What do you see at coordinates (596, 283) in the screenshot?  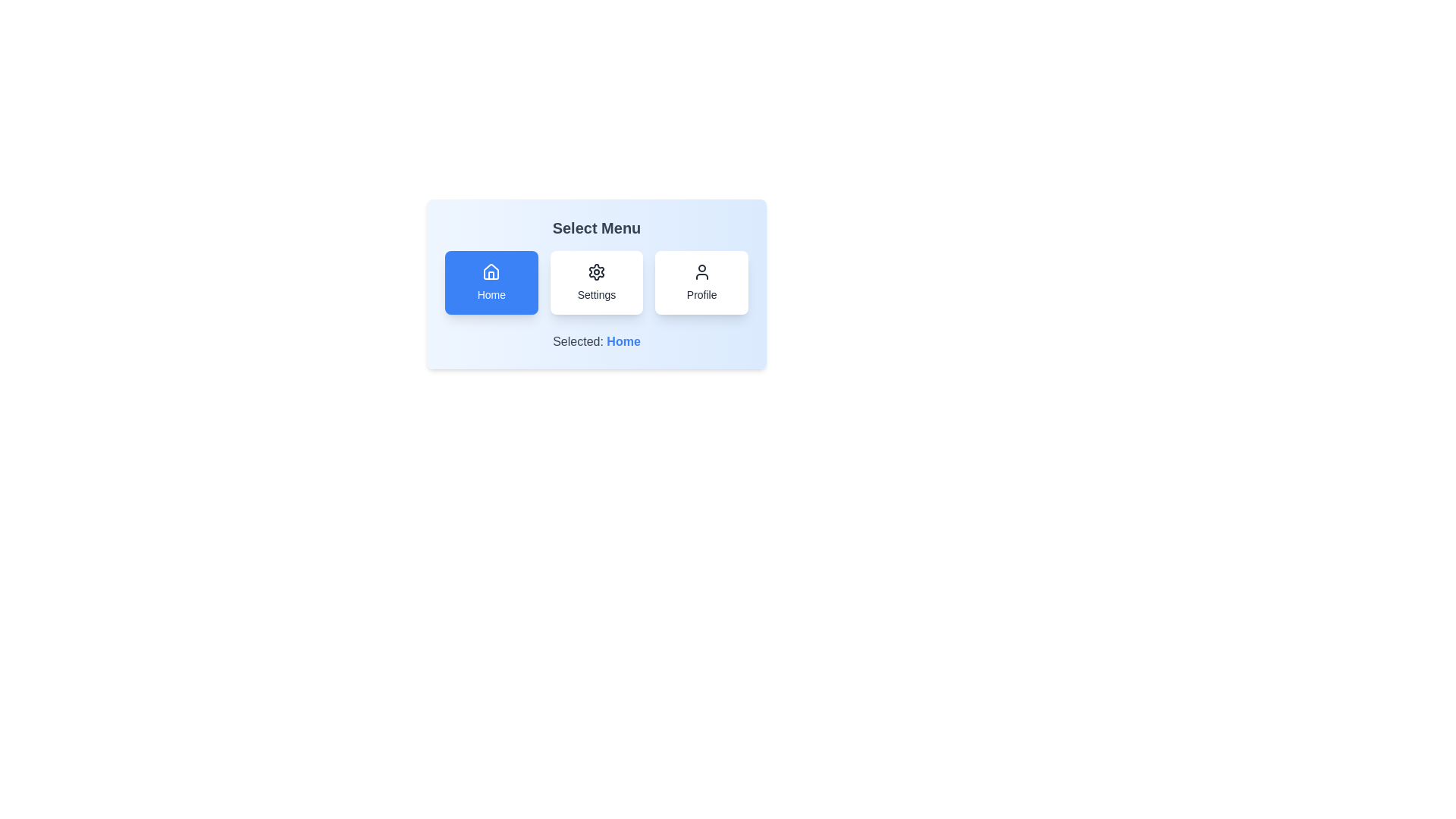 I see `the menu button corresponding to Settings to observe the hover effect` at bounding box center [596, 283].